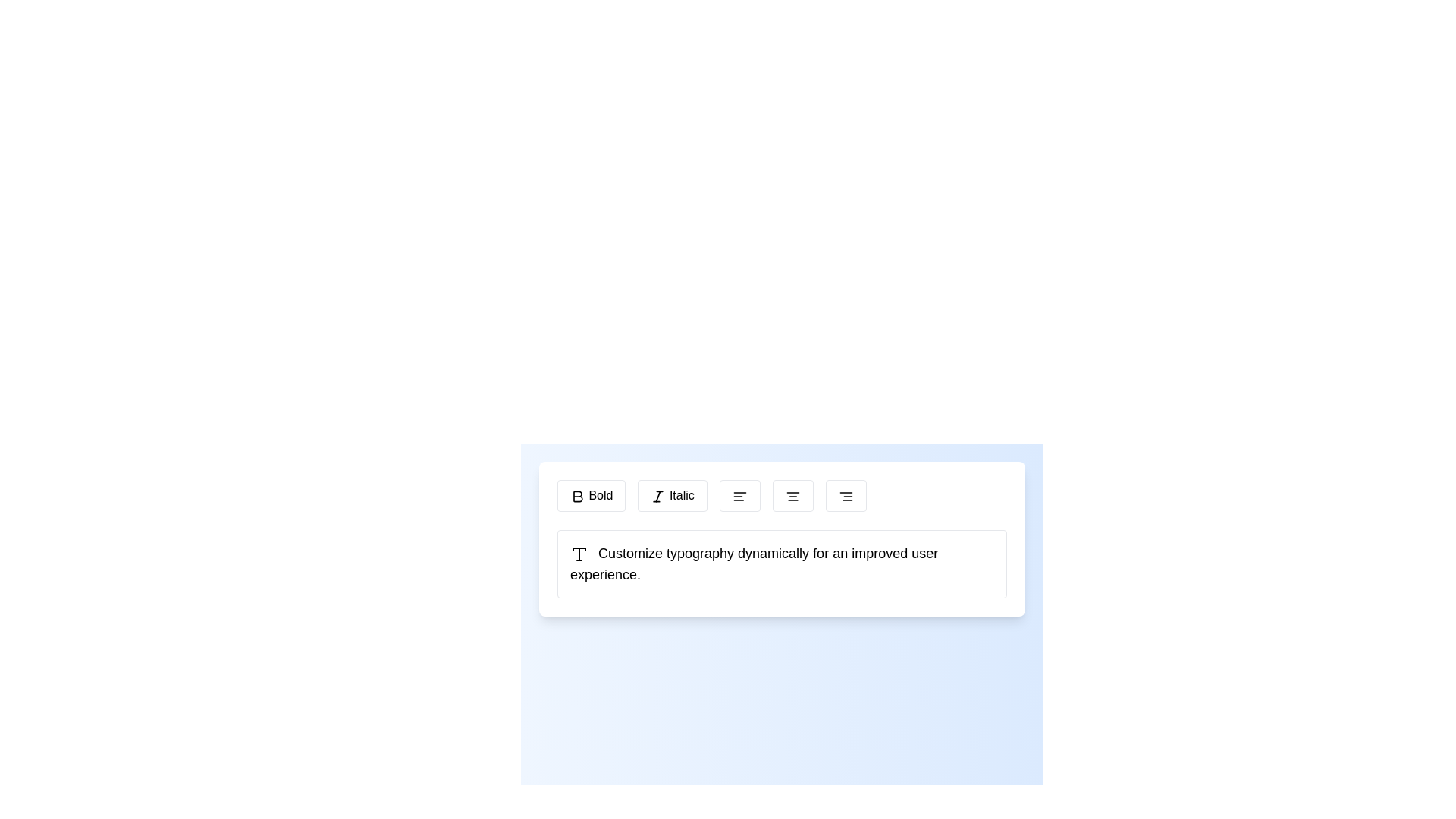 The height and width of the screenshot is (819, 1456). Describe the element at coordinates (658, 496) in the screenshot. I see `the italic icon represented by a stylized letter 'I' within the 'Italic' button in the toolbar section above the text input area` at that location.